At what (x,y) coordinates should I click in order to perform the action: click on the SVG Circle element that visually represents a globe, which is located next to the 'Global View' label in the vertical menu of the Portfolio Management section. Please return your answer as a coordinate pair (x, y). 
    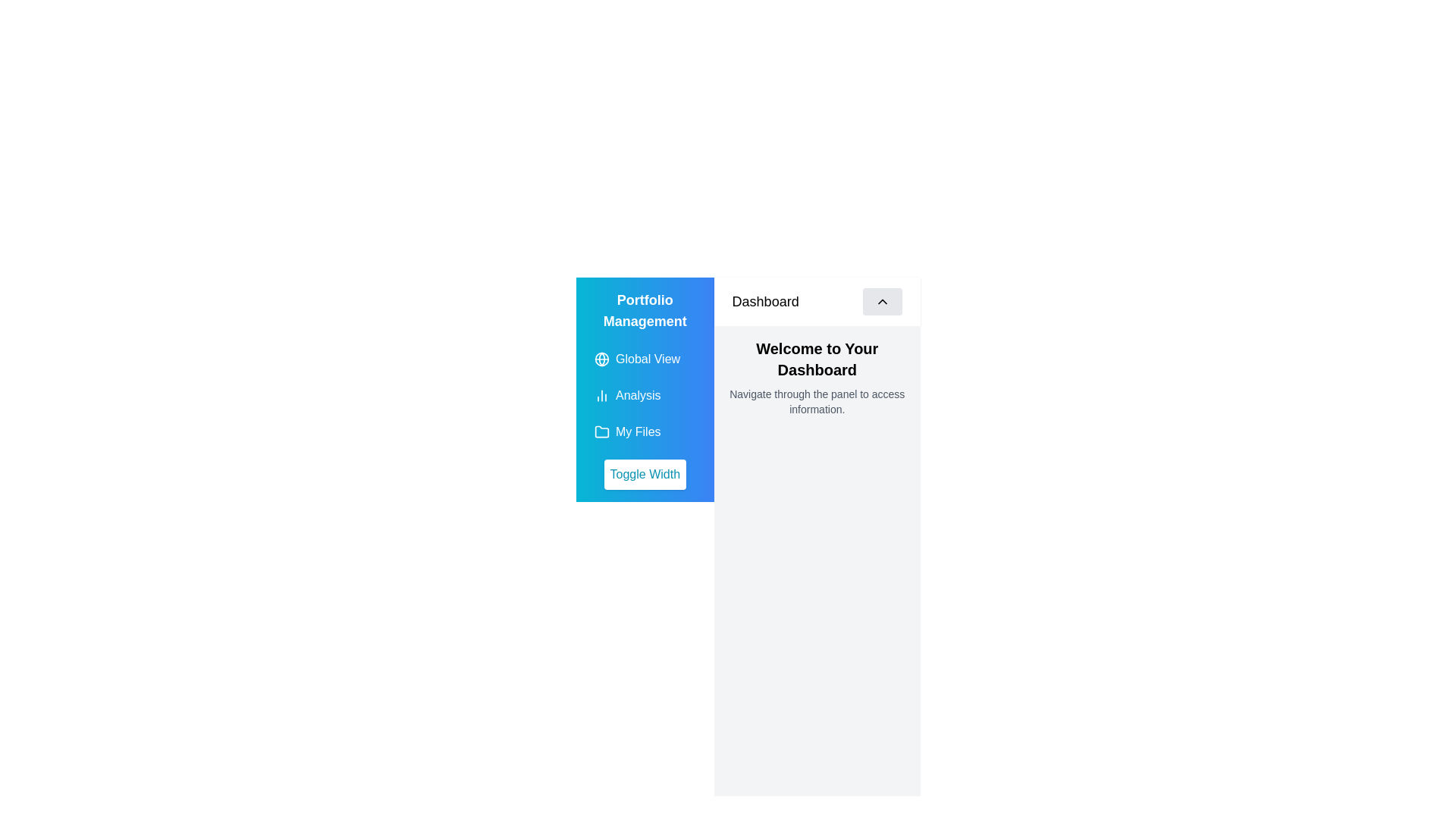
    Looking at the image, I should click on (601, 359).